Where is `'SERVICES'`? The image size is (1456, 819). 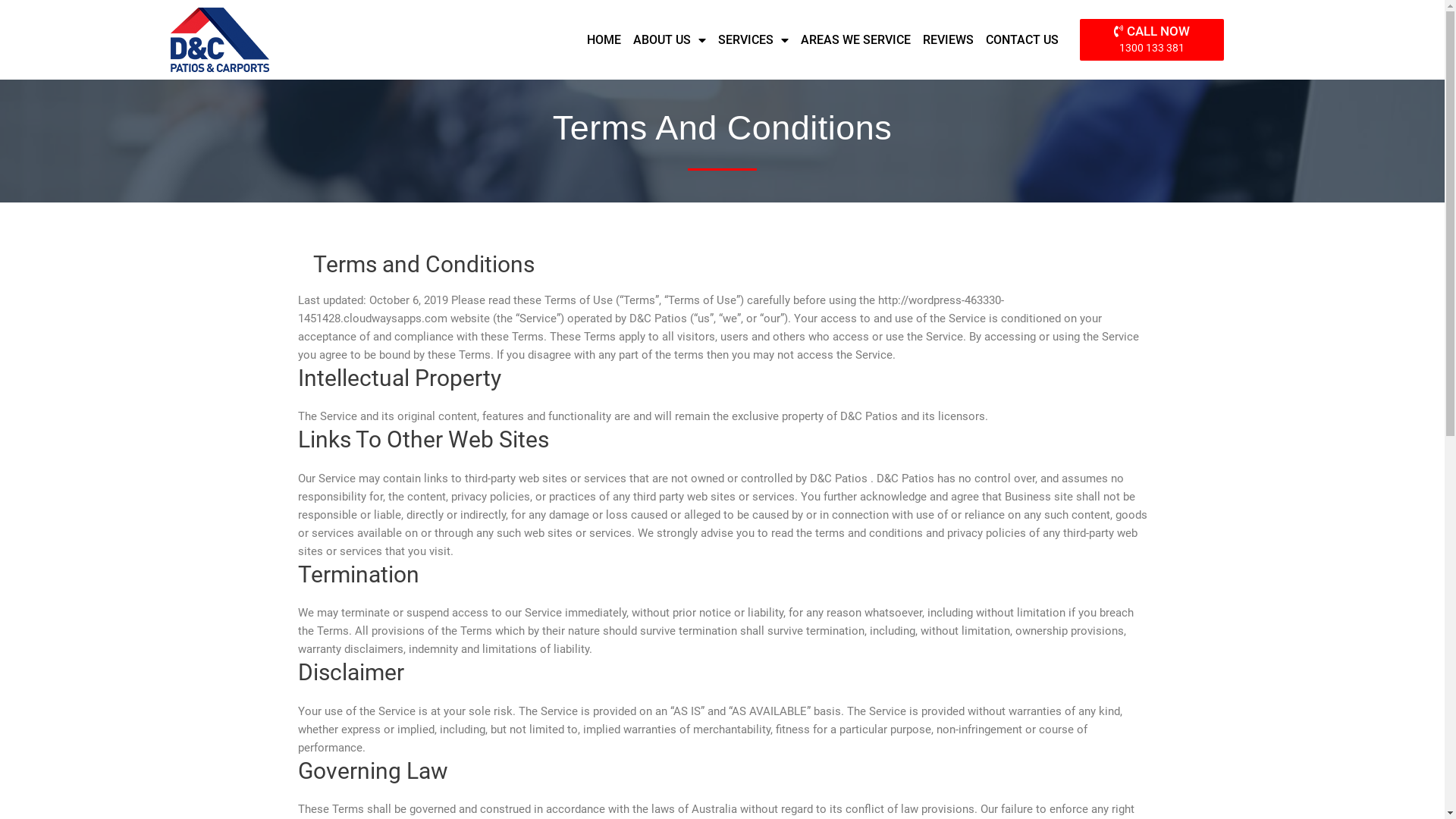
'SERVICES' is located at coordinates (753, 38).